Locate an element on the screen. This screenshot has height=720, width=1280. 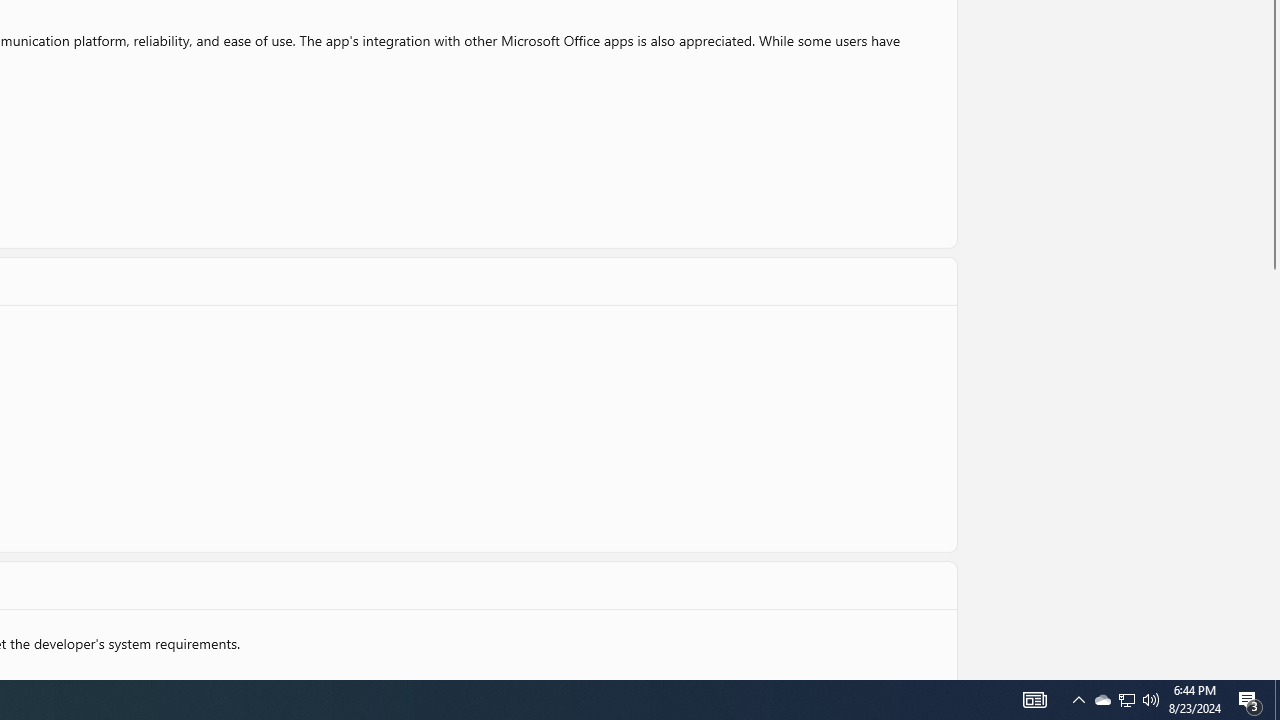
'Vertical Small Increase' is located at coordinates (1271, 672).